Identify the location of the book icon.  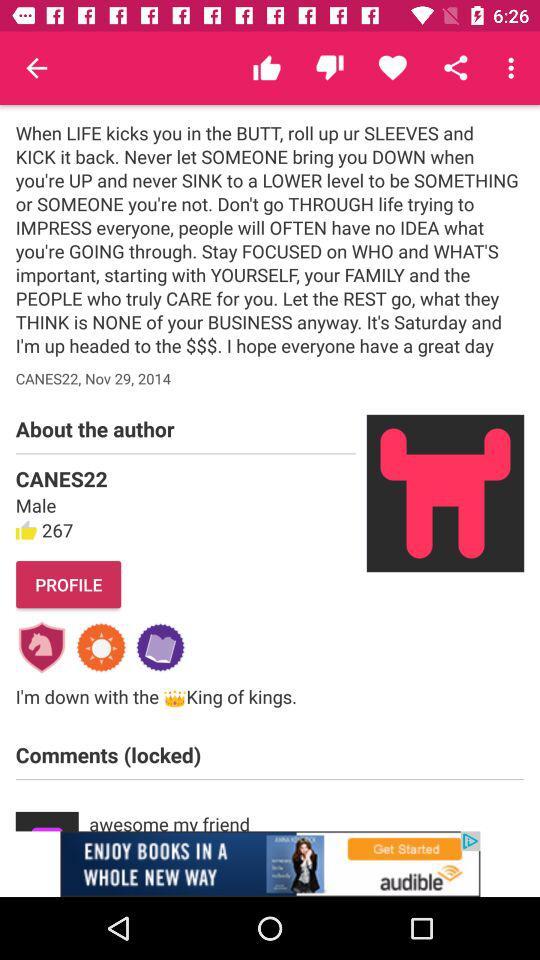
(159, 646).